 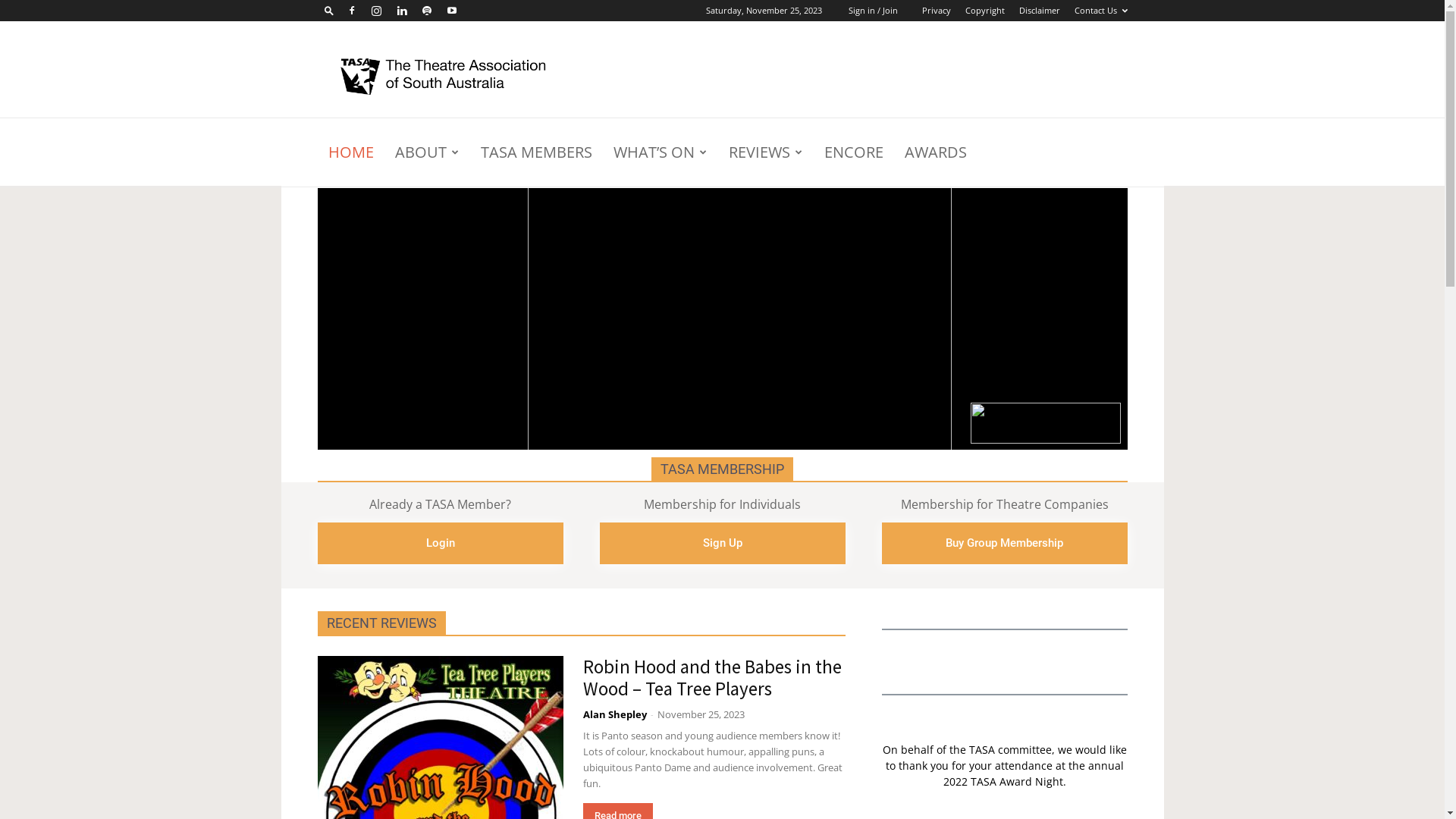 What do you see at coordinates (1100, 10) in the screenshot?
I see `'Contact Us'` at bounding box center [1100, 10].